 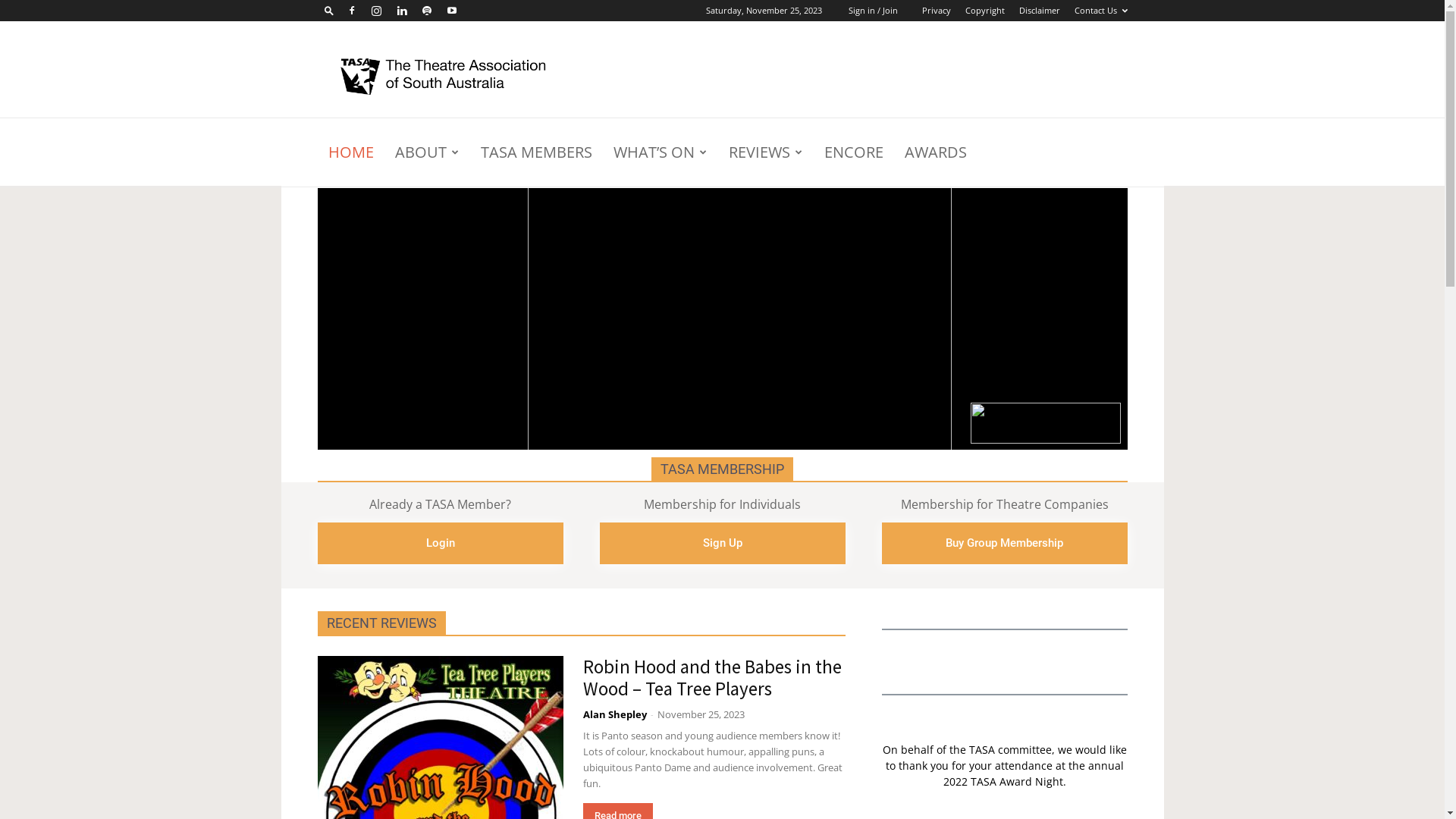 What do you see at coordinates (1100, 10) in the screenshot?
I see `'Contact Us'` at bounding box center [1100, 10].